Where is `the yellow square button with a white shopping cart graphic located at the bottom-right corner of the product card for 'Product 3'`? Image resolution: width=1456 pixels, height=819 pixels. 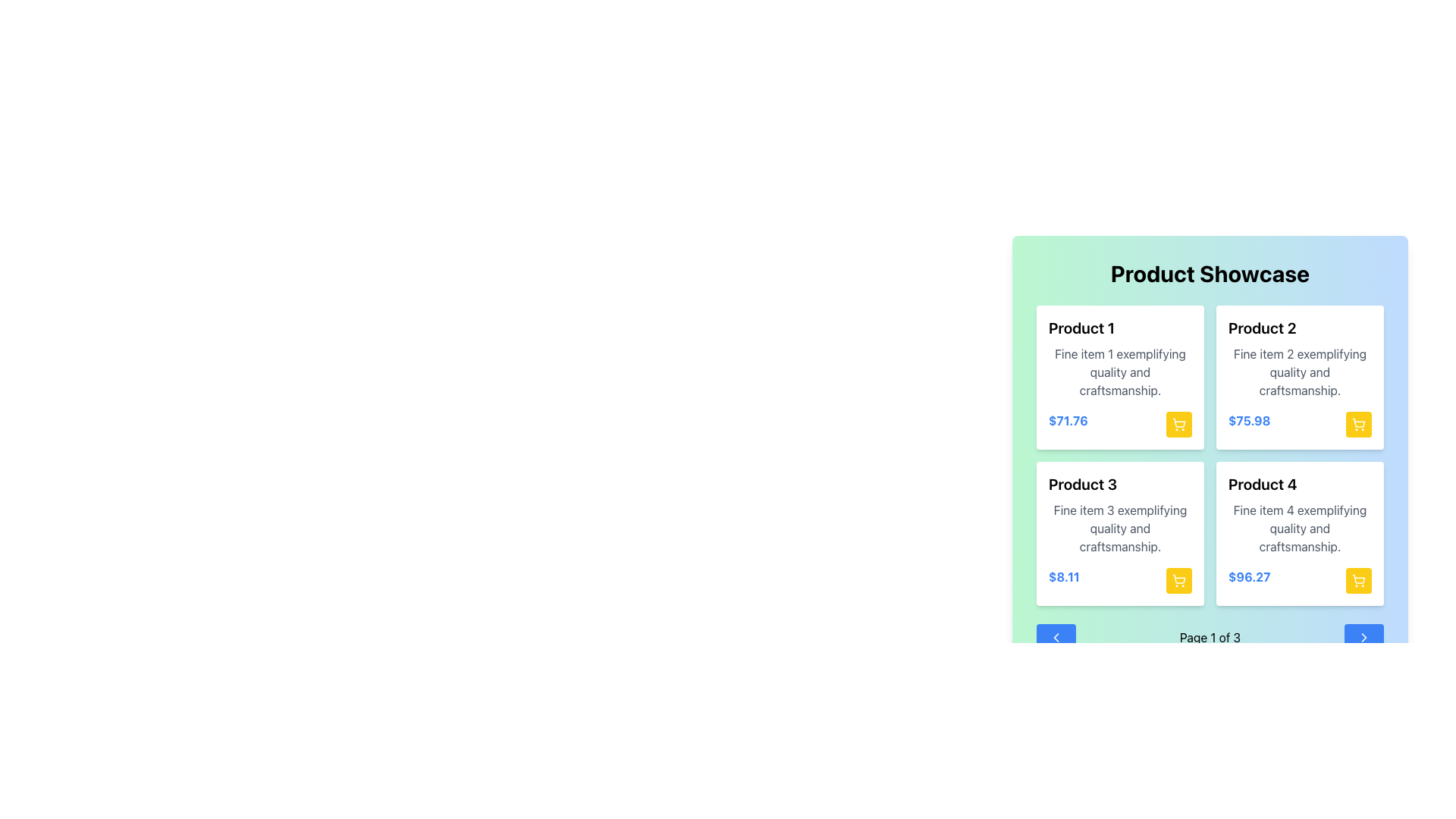
the yellow square button with a white shopping cart graphic located at the bottom-right corner of the product card for 'Product 3' is located at coordinates (1178, 580).